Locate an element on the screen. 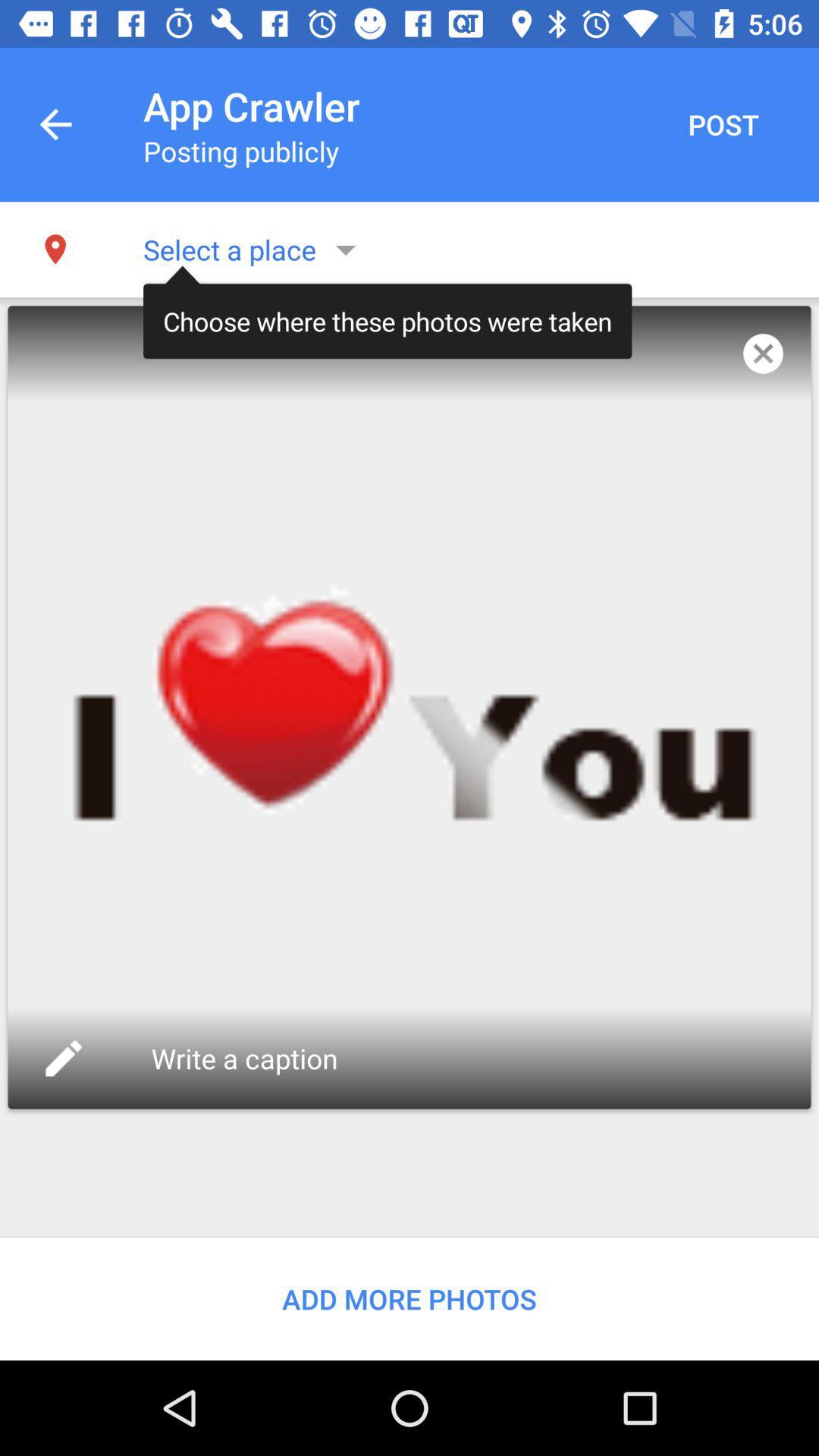 The height and width of the screenshot is (1456, 819). the add more photos icon is located at coordinates (409, 1298).